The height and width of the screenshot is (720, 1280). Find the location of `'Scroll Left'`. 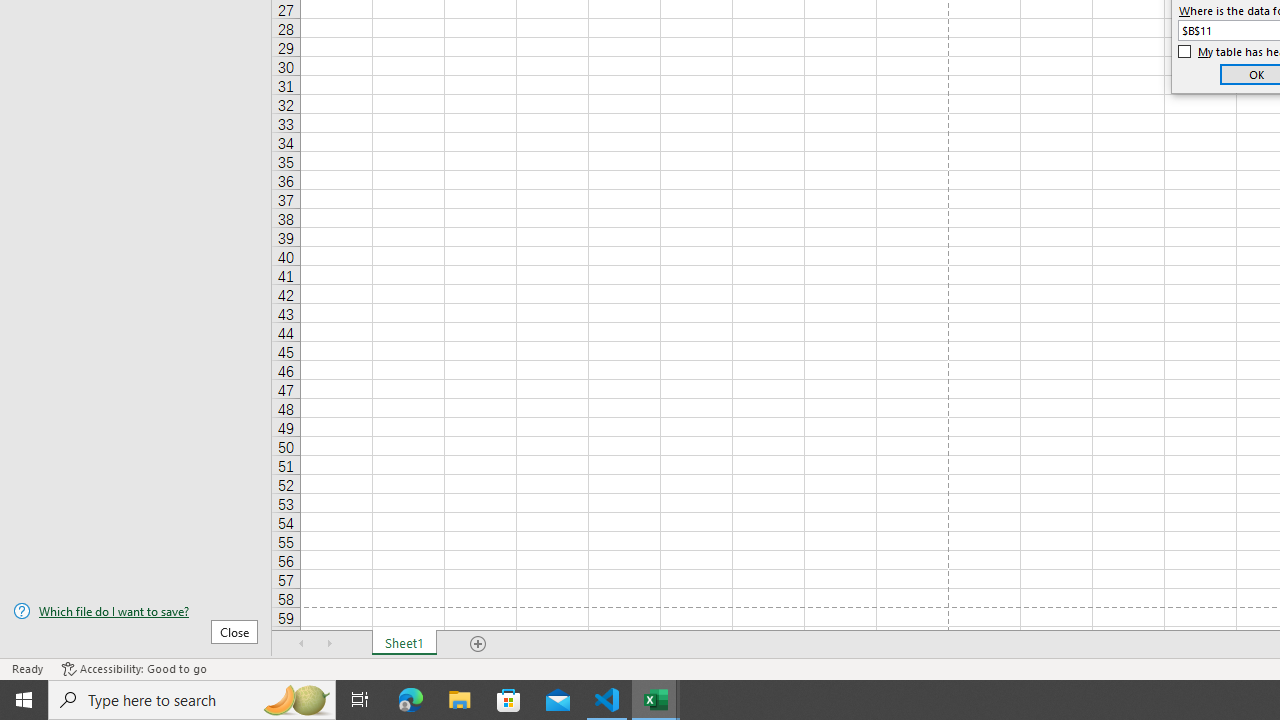

'Scroll Left' is located at coordinates (301, 644).